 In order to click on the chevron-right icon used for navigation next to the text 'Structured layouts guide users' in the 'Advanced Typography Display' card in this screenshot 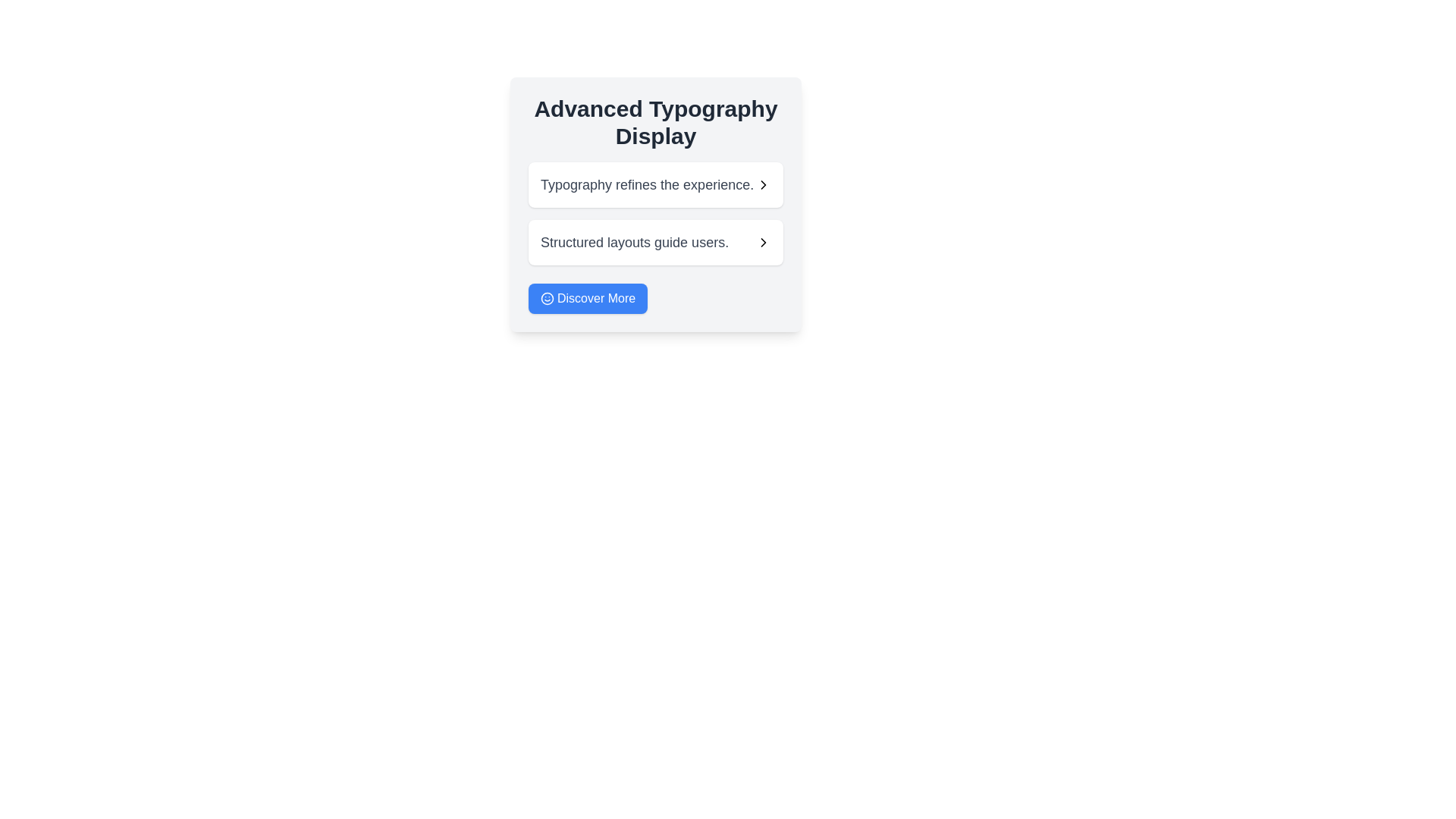, I will do `click(764, 184)`.